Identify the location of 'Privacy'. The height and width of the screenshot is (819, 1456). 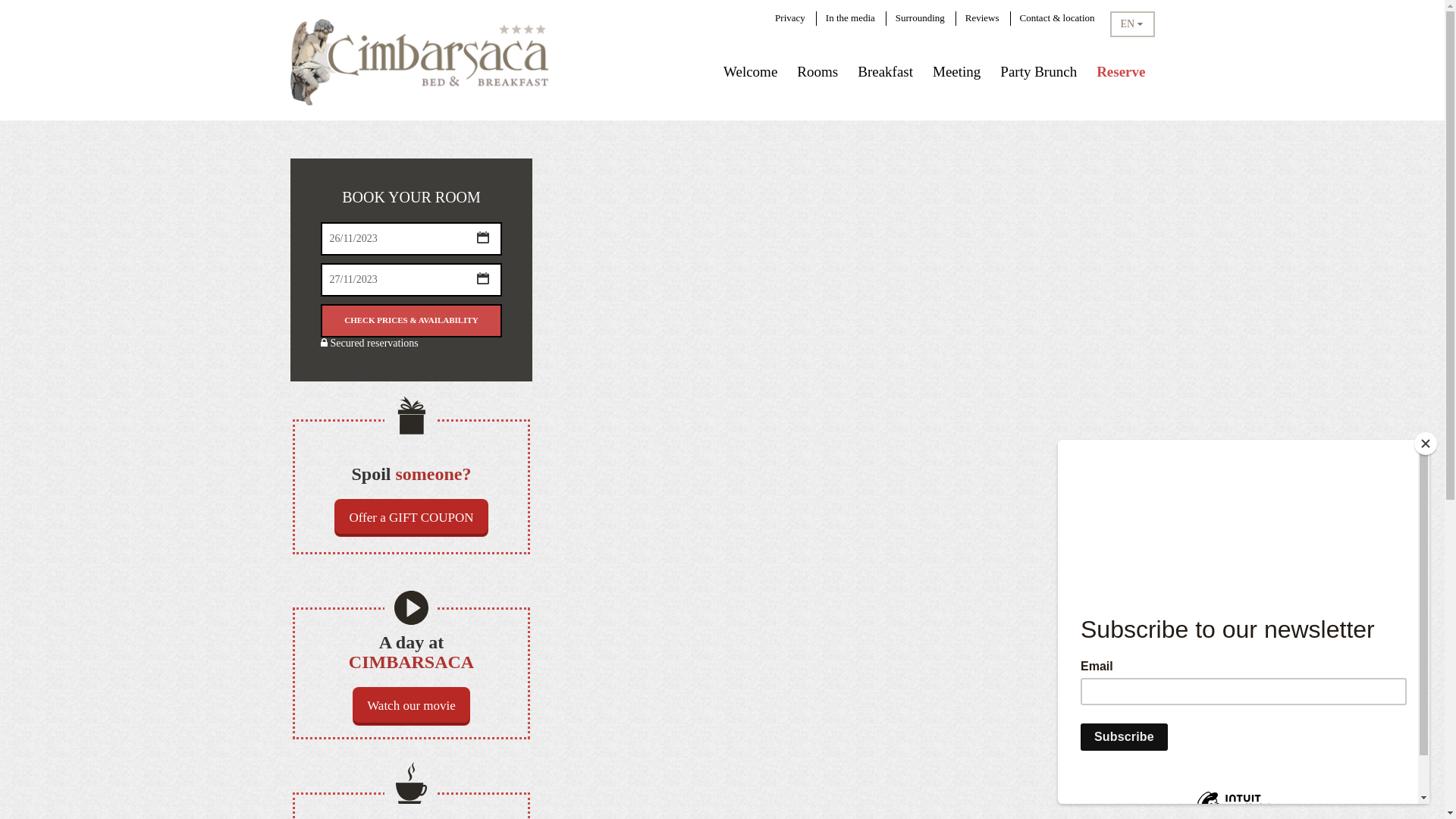
(789, 18).